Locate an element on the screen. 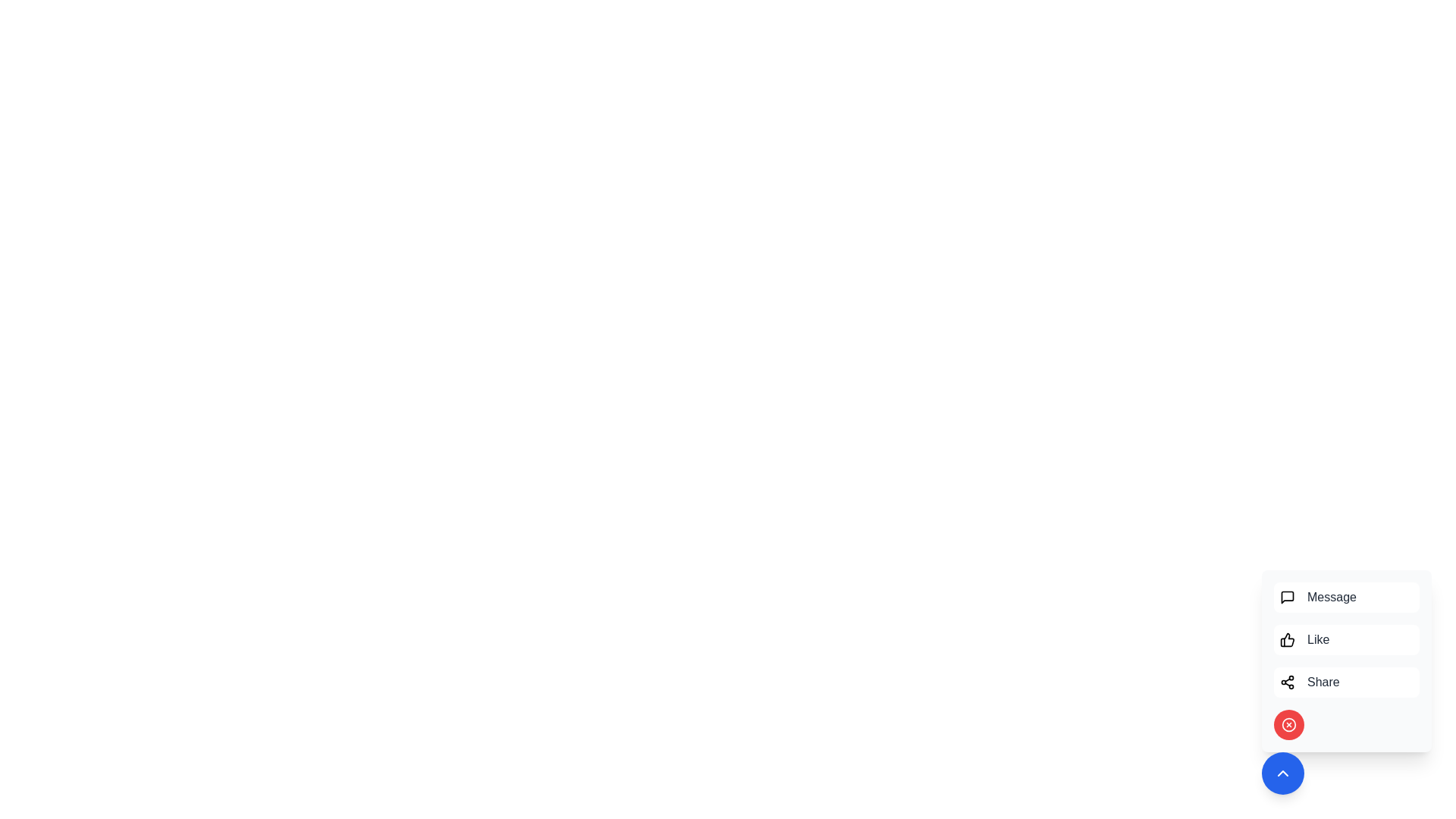 Image resolution: width=1456 pixels, height=819 pixels. 'Share' button to share content is located at coordinates (1347, 681).